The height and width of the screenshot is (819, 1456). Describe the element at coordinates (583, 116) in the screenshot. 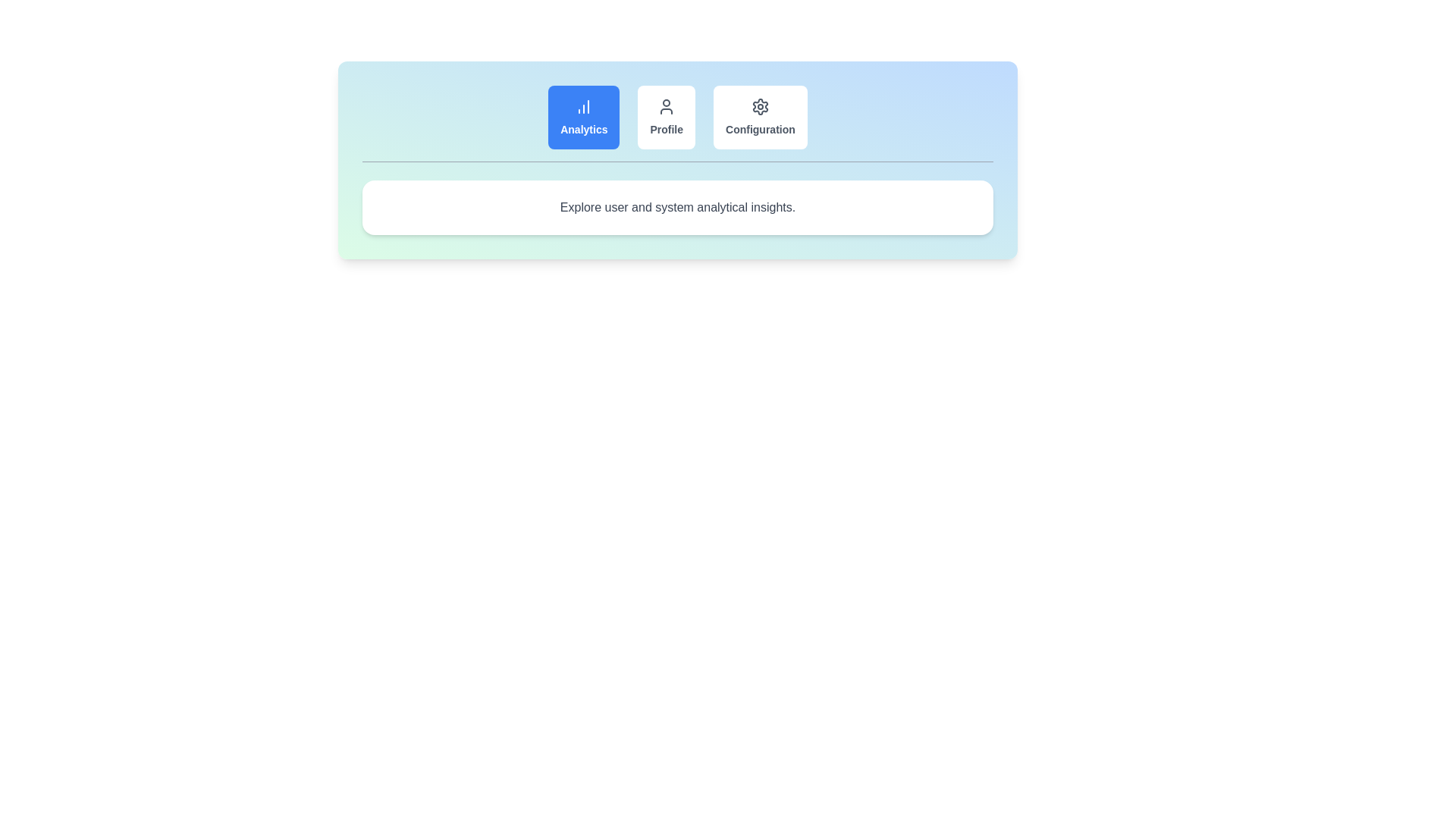

I see `the currently active 'Analytics' tab` at that location.